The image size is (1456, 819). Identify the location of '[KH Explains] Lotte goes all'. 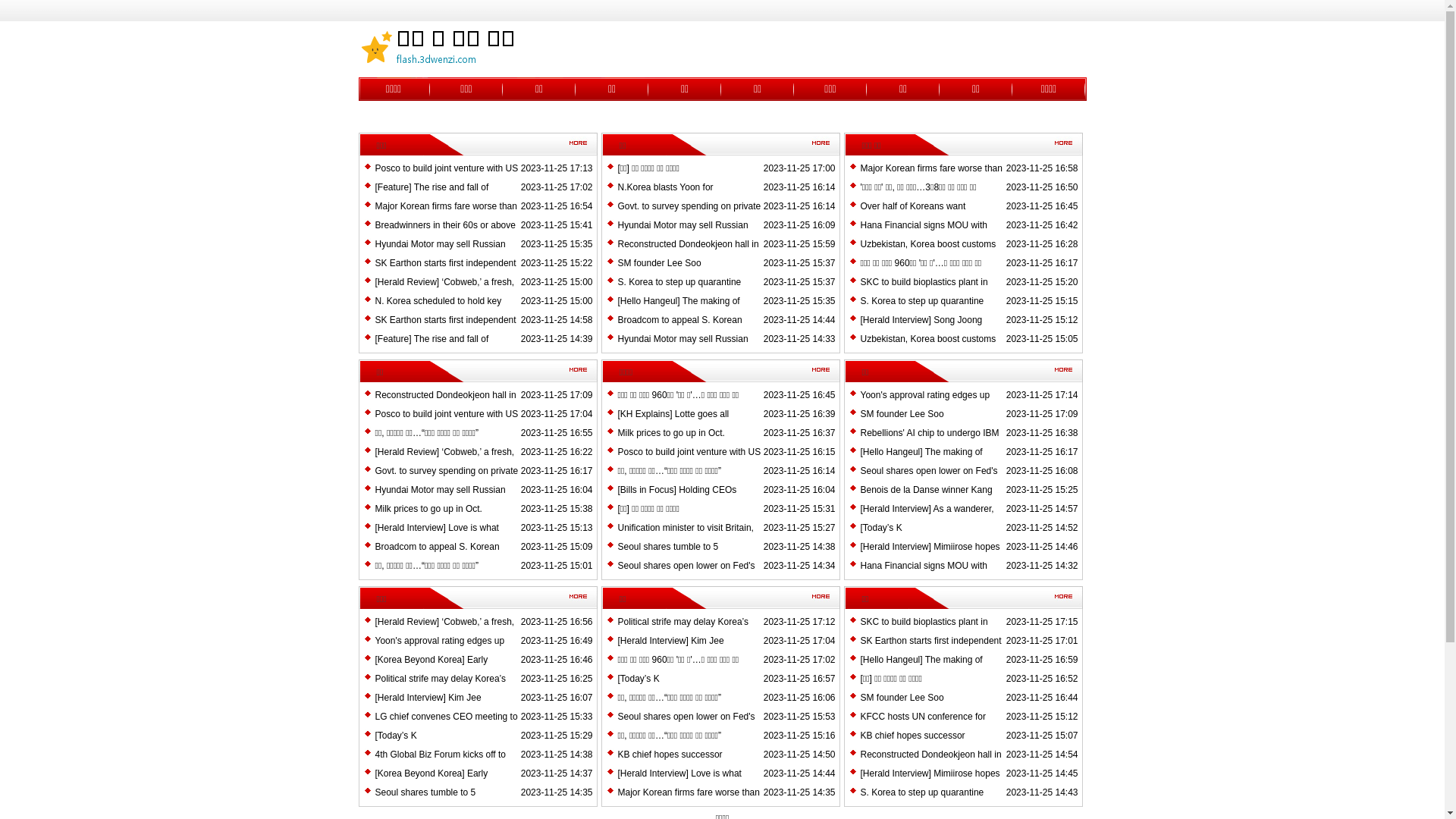
(672, 414).